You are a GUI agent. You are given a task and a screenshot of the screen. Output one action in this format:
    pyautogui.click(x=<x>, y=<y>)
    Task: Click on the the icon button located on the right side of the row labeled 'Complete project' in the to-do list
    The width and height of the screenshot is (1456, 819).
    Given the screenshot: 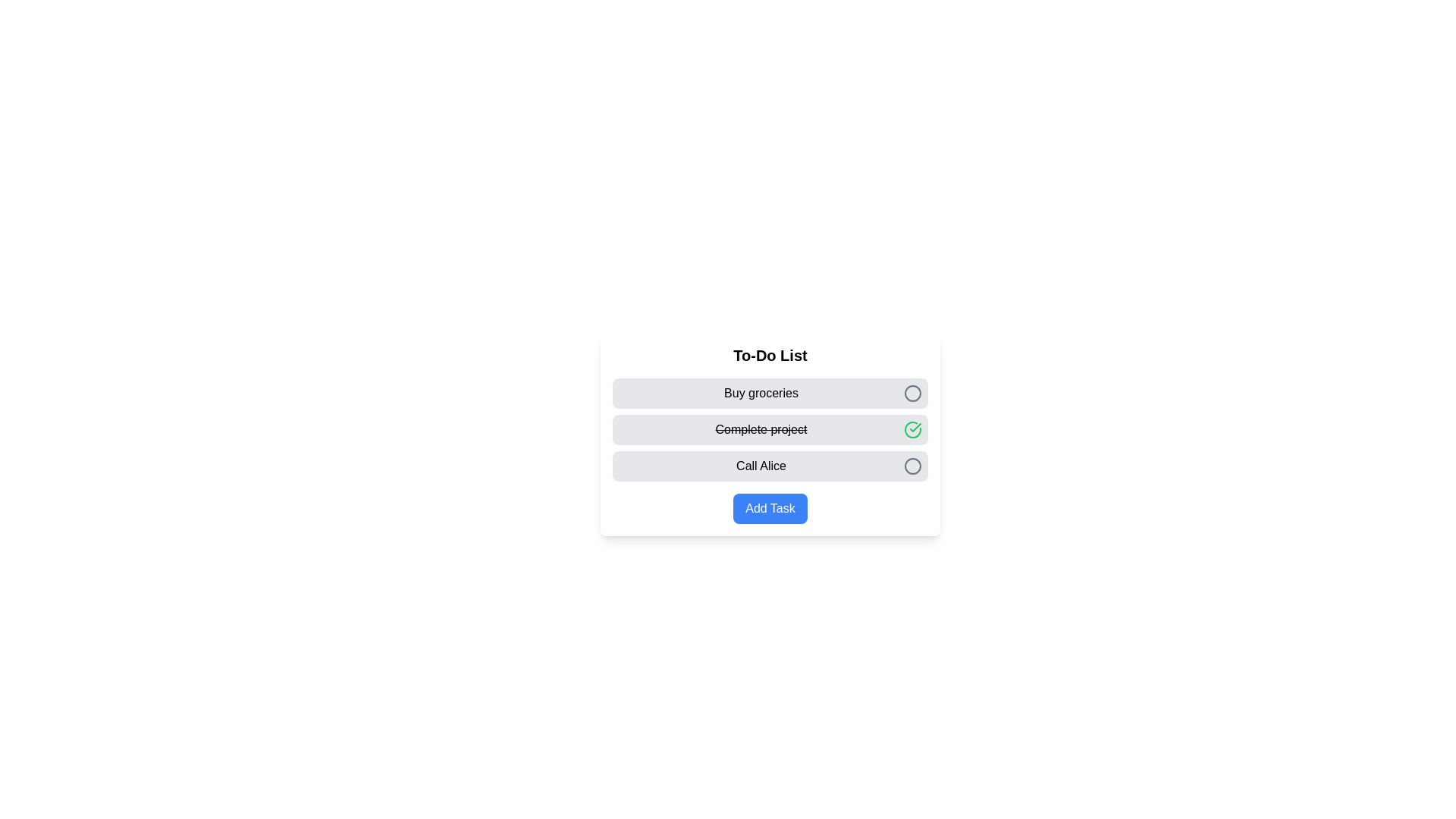 What is the action you would take?
    pyautogui.click(x=912, y=430)
    